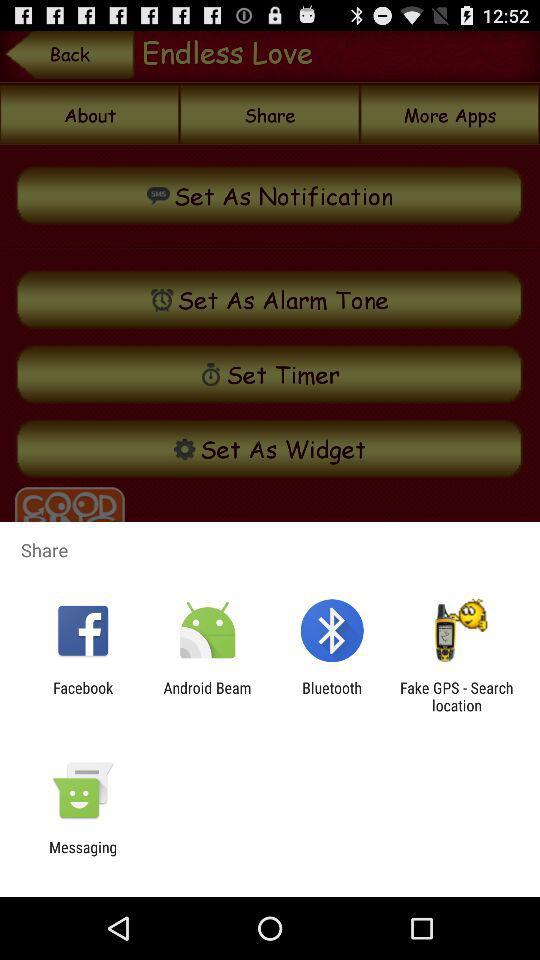  Describe the element at coordinates (456, 696) in the screenshot. I see `the item at the bottom right corner` at that location.